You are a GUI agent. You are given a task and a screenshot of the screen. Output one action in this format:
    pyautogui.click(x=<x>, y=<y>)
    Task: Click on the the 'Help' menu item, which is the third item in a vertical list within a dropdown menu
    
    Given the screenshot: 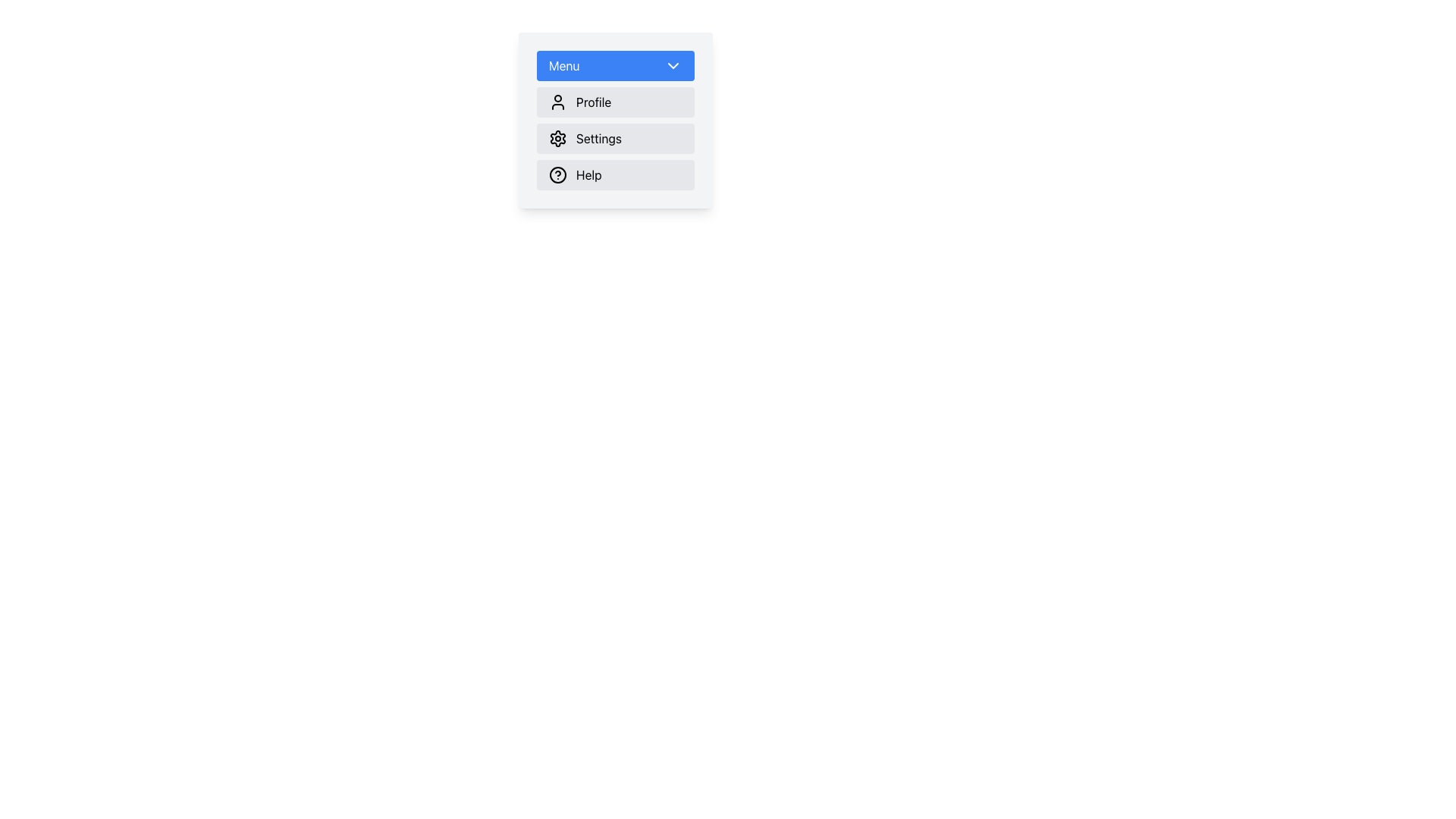 What is the action you would take?
    pyautogui.click(x=615, y=174)
    